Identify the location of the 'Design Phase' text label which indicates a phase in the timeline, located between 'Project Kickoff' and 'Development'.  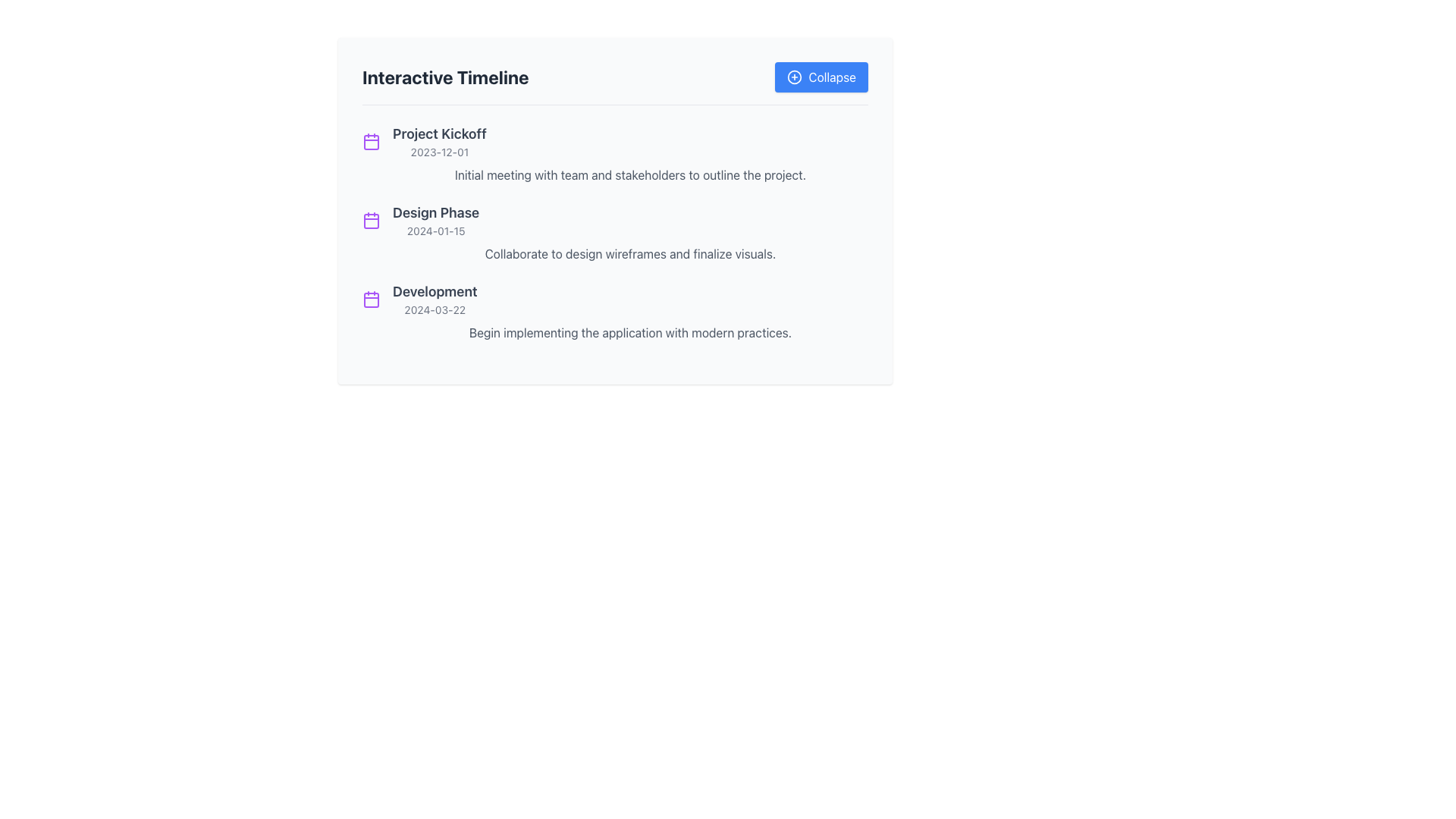
(435, 213).